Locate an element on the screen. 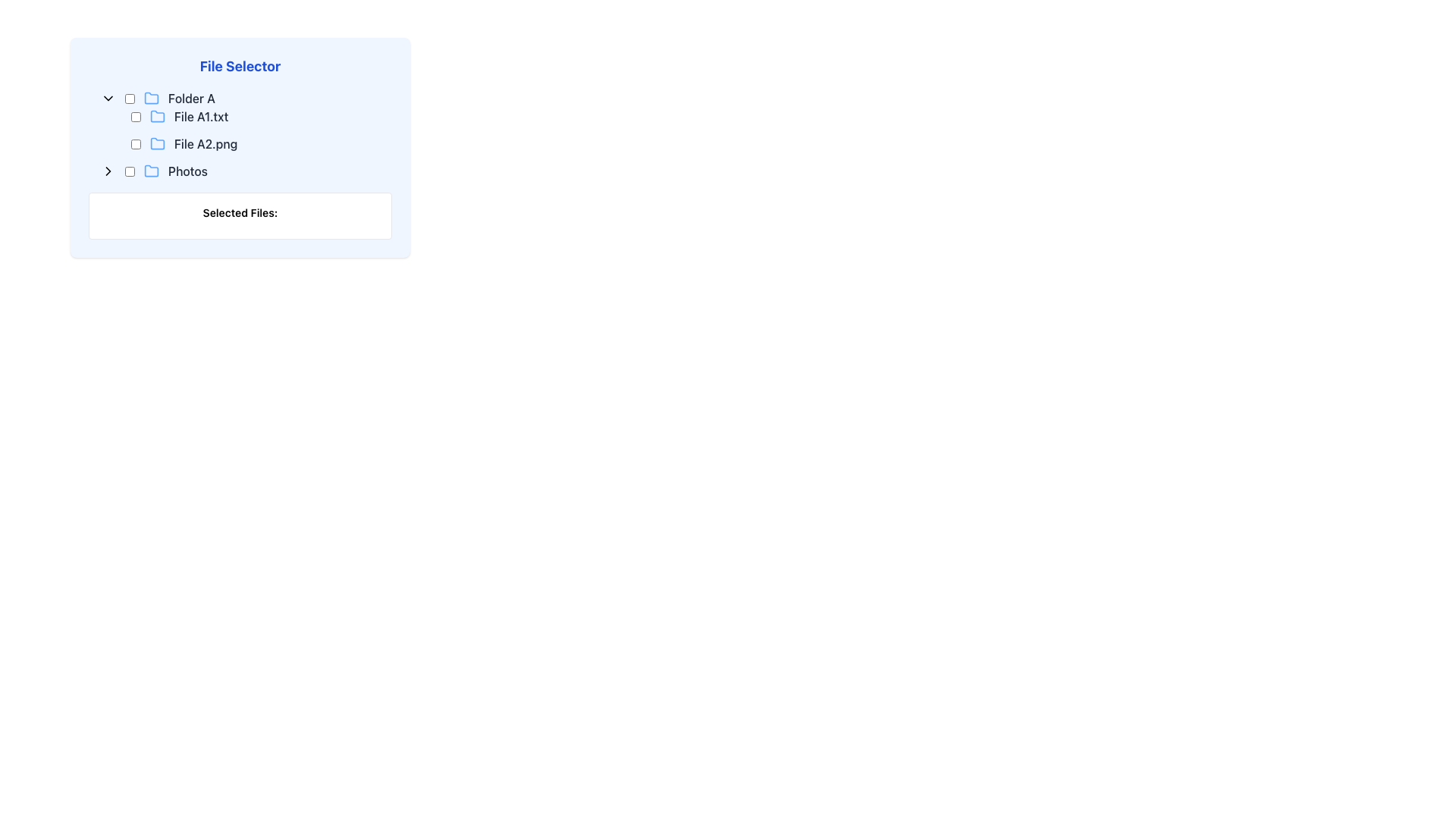 This screenshot has width=1456, height=819. the folder icon representing 'Folder A' in the file selection layout, located below the title 'File Selector' is located at coordinates (152, 99).